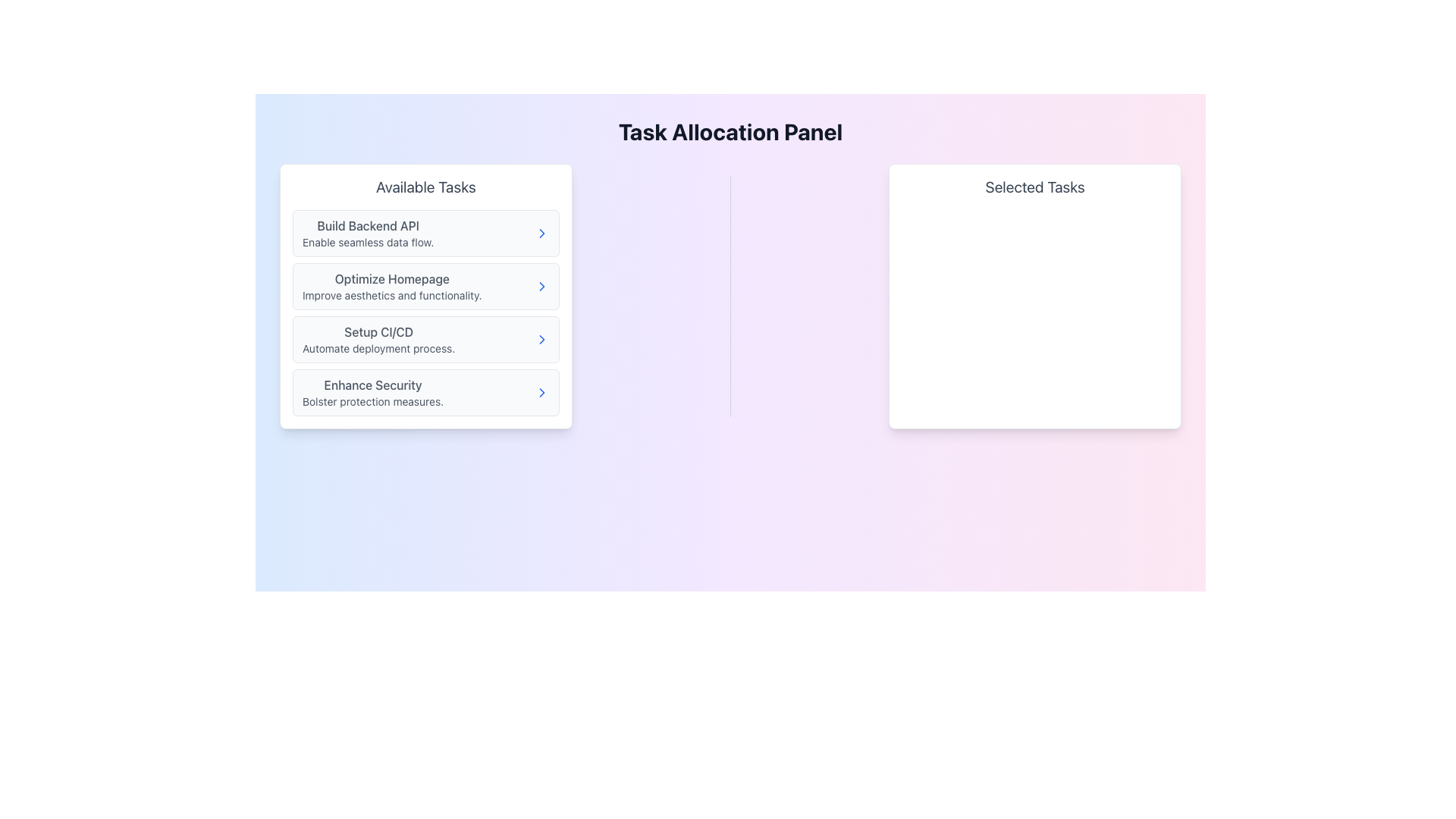 This screenshot has height=819, width=1456. What do you see at coordinates (541, 391) in the screenshot?
I see `the right-pointing chevron arrow icon button located next to the label 'Enhance Security' in the 'Available Tasks' section` at bounding box center [541, 391].